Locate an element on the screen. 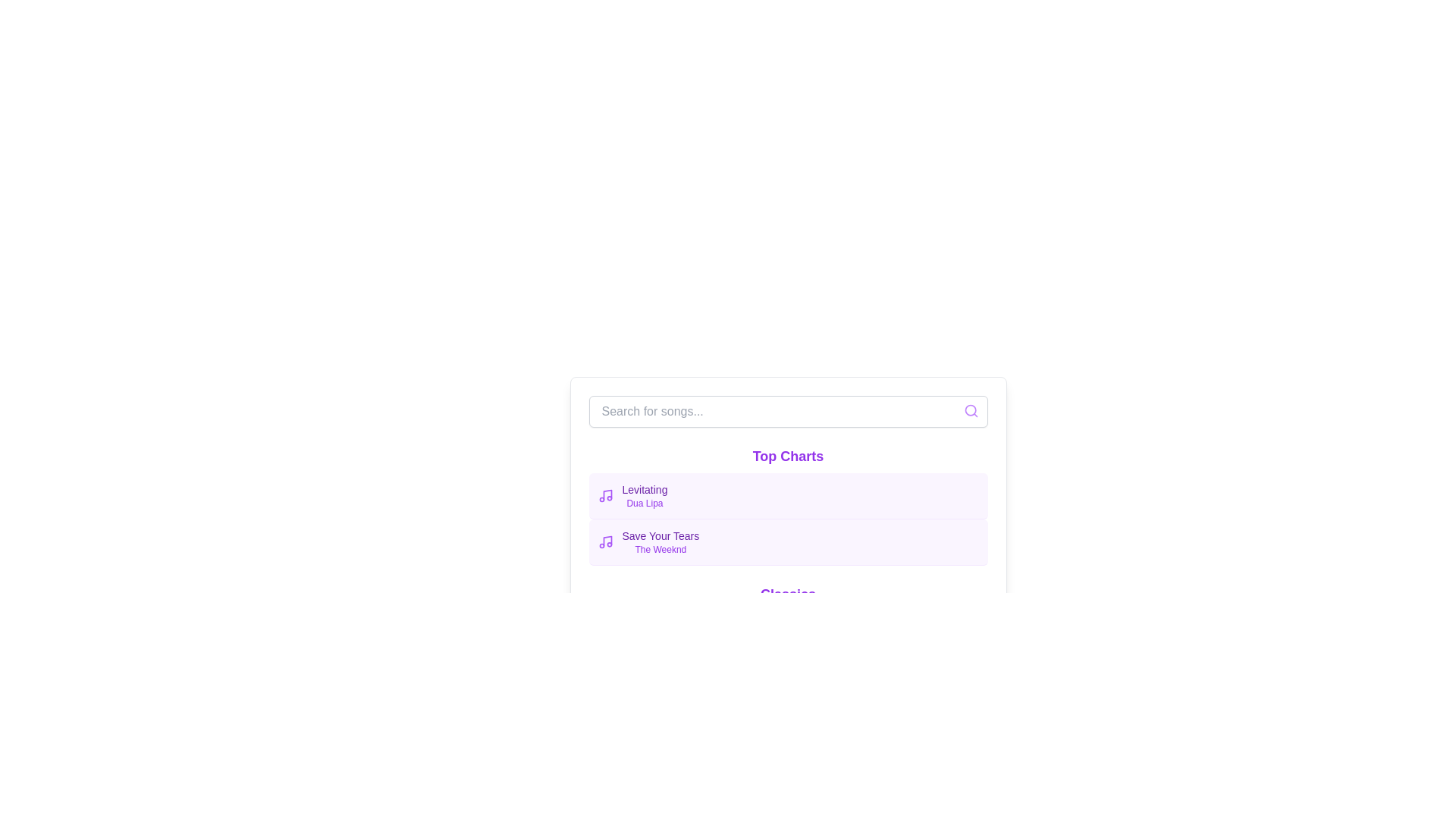 This screenshot has width=1456, height=819. the list item displaying the song title 'Save Your Tears' by 'The Weeknd' is located at coordinates (788, 519).